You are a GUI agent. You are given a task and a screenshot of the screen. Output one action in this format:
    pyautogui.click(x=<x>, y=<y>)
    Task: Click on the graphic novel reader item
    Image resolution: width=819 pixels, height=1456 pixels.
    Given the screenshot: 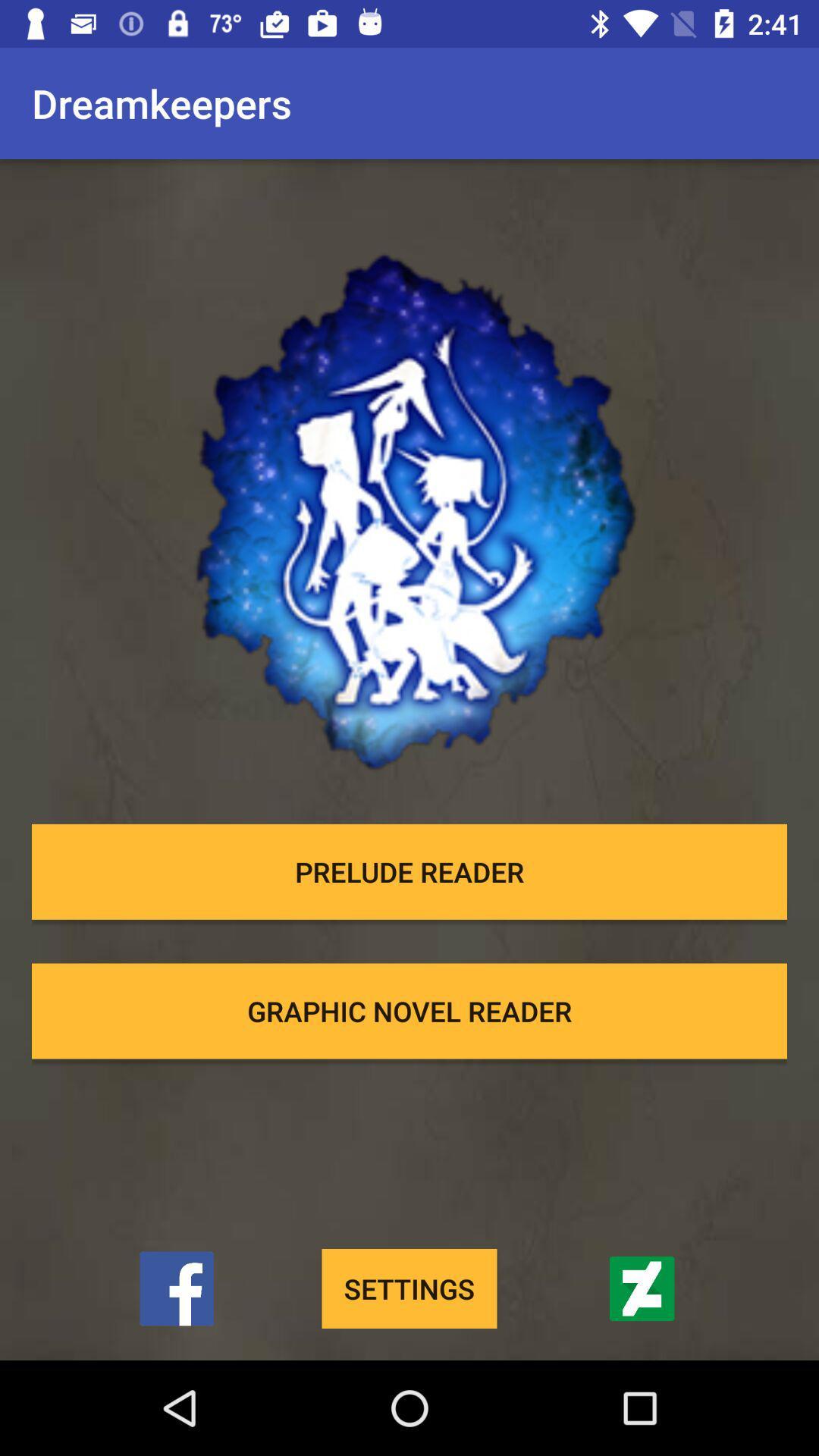 What is the action you would take?
    pyautogui.click(x=409, y=1011)
    